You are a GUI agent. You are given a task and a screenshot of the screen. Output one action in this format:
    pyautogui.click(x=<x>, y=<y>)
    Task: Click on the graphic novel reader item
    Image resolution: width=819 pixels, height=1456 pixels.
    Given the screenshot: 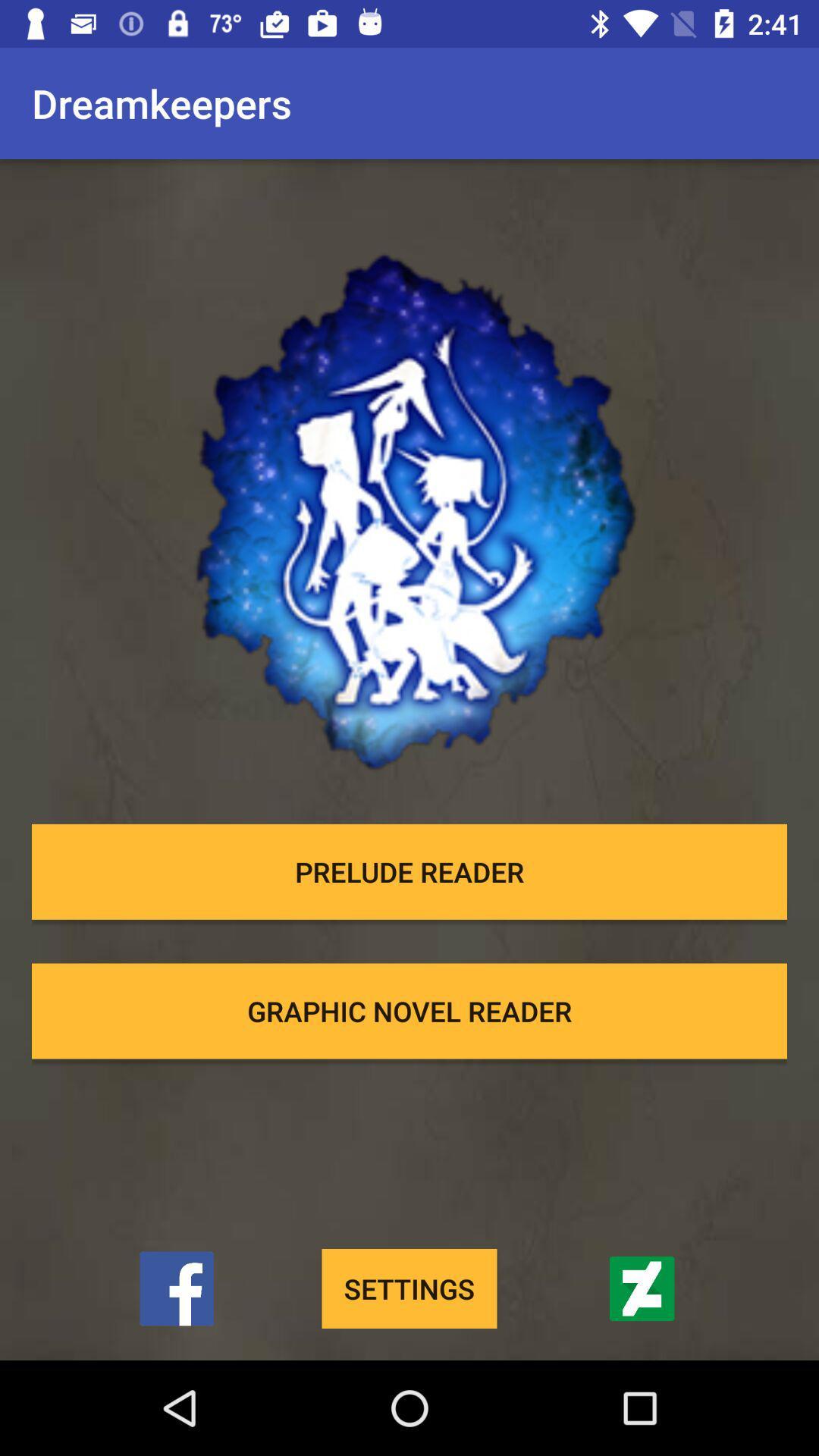 What is the action you would take?
    pyautogui.click(x=409, y=1011)
    